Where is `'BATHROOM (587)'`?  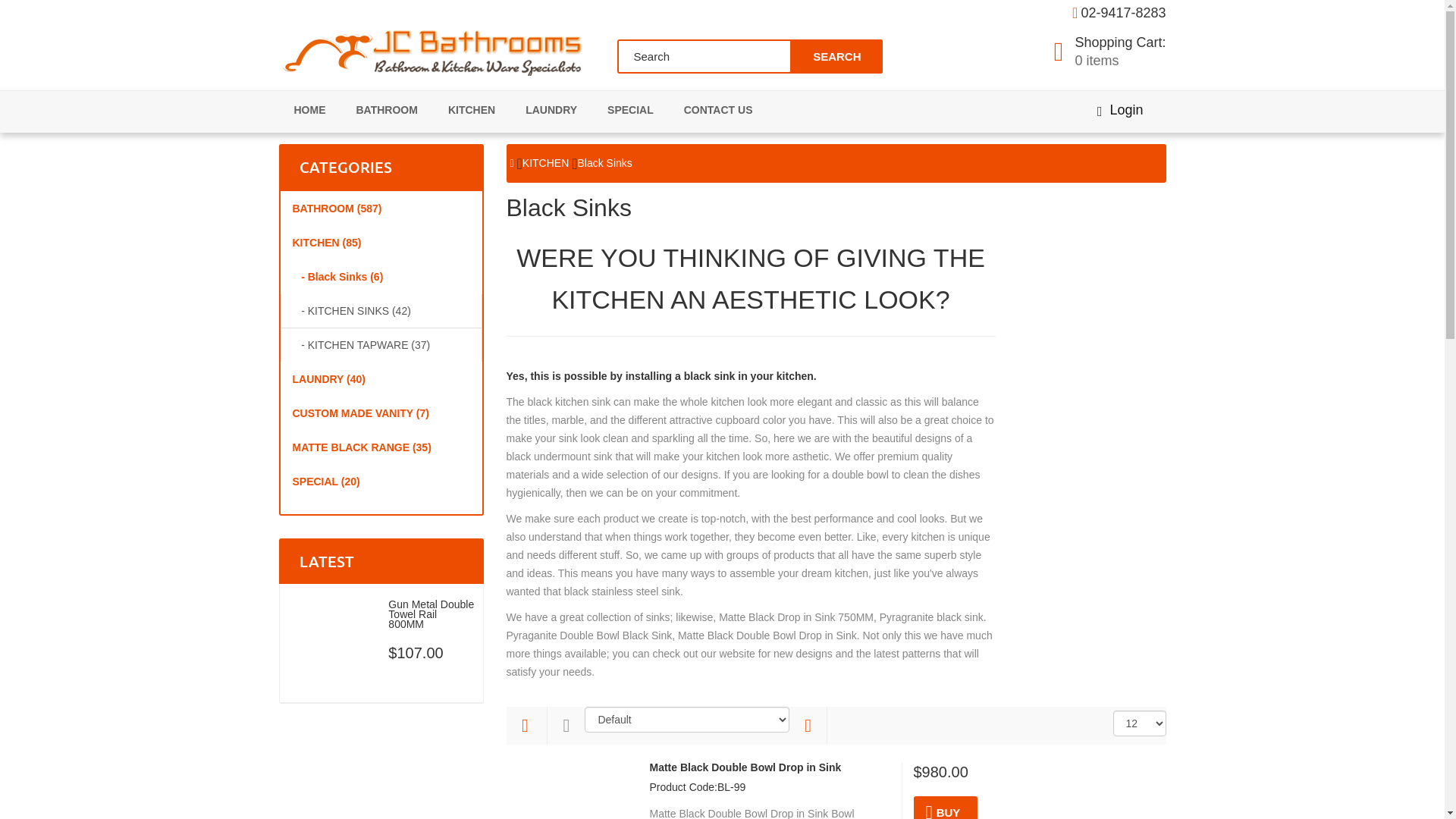
'BATHROOM (587)' is located at coordinates (381, 208).